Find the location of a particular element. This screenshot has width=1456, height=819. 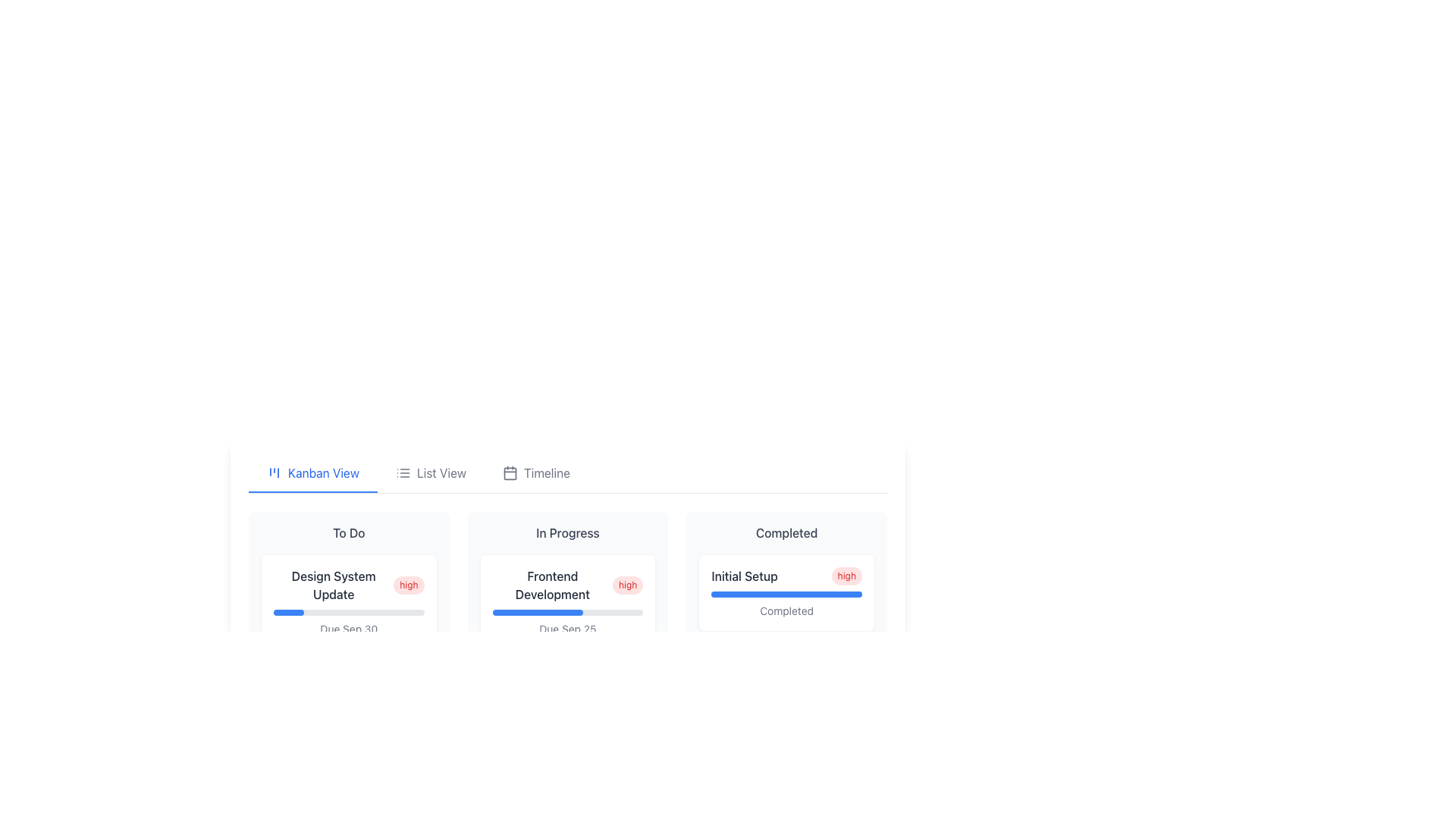

the details of the task represented by the second card in the 'To Do' section of the Kanban board, which includes its title, priority (low), and due date (Oct 5) is located at coordinates (348, 698).